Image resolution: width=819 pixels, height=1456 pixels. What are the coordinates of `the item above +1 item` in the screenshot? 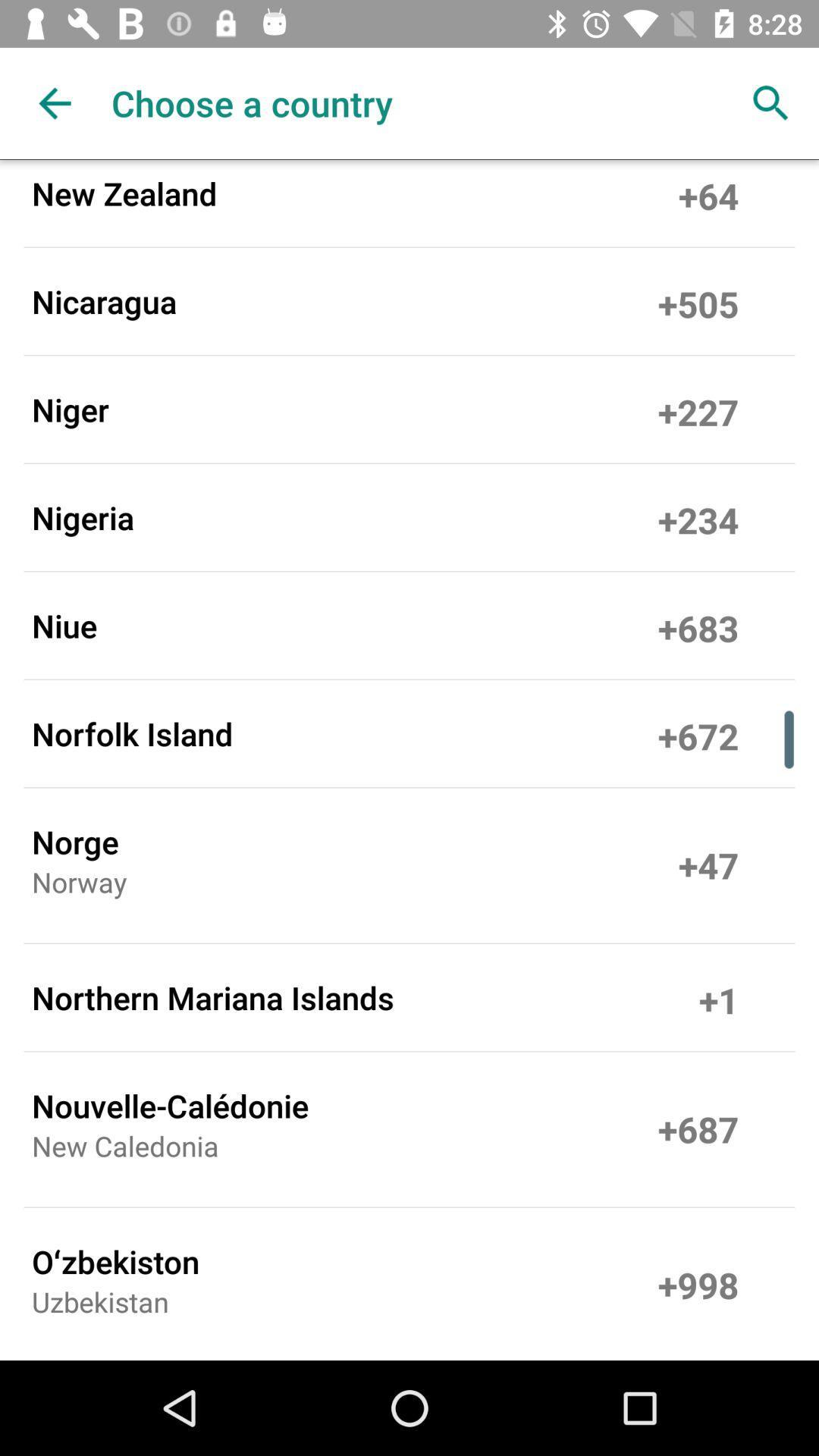 It's located at (708, 865).